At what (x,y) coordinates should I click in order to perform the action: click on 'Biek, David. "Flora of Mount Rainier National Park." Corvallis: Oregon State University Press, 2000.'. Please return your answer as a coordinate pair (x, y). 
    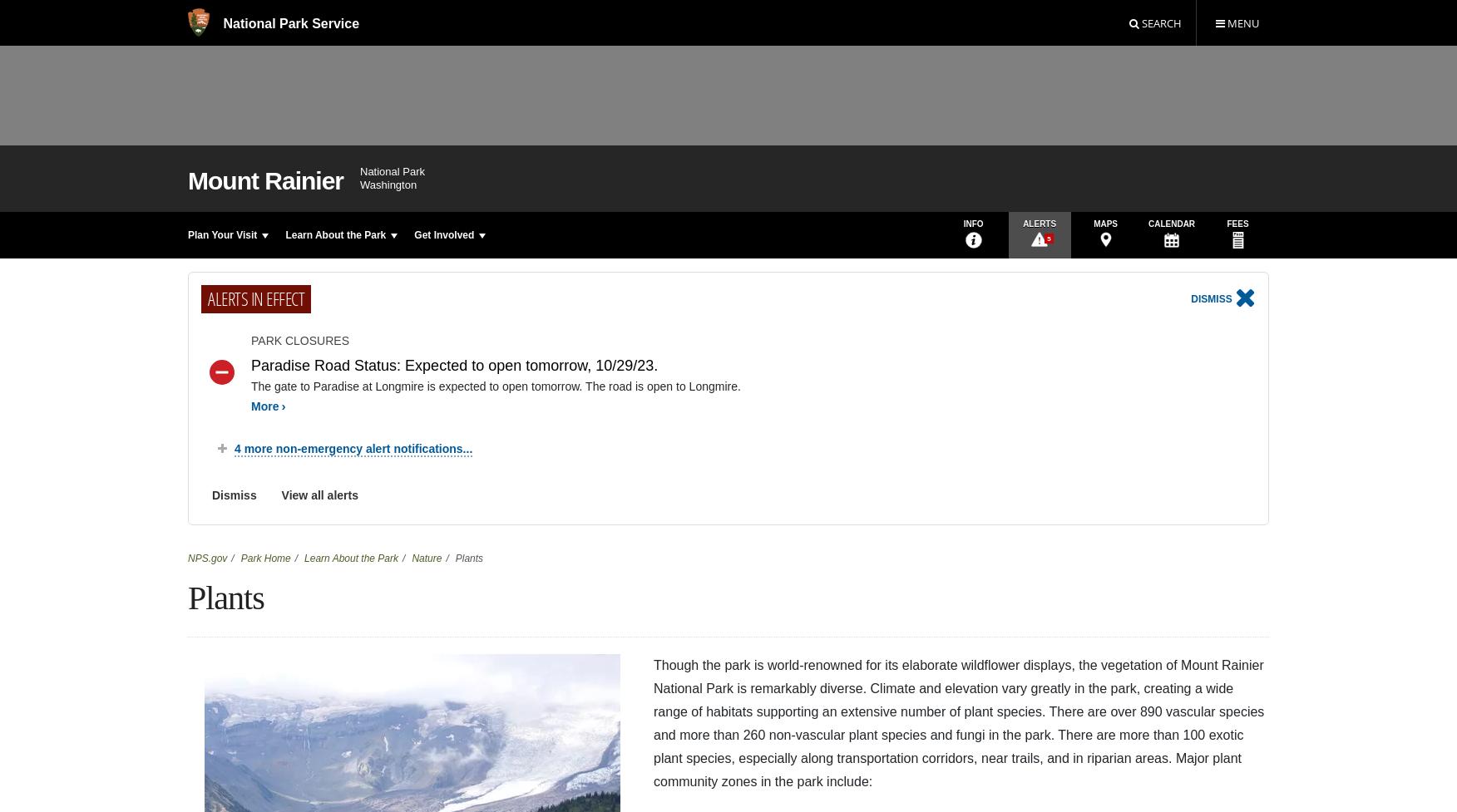
    Looking at the image, I should click on (479, 50).